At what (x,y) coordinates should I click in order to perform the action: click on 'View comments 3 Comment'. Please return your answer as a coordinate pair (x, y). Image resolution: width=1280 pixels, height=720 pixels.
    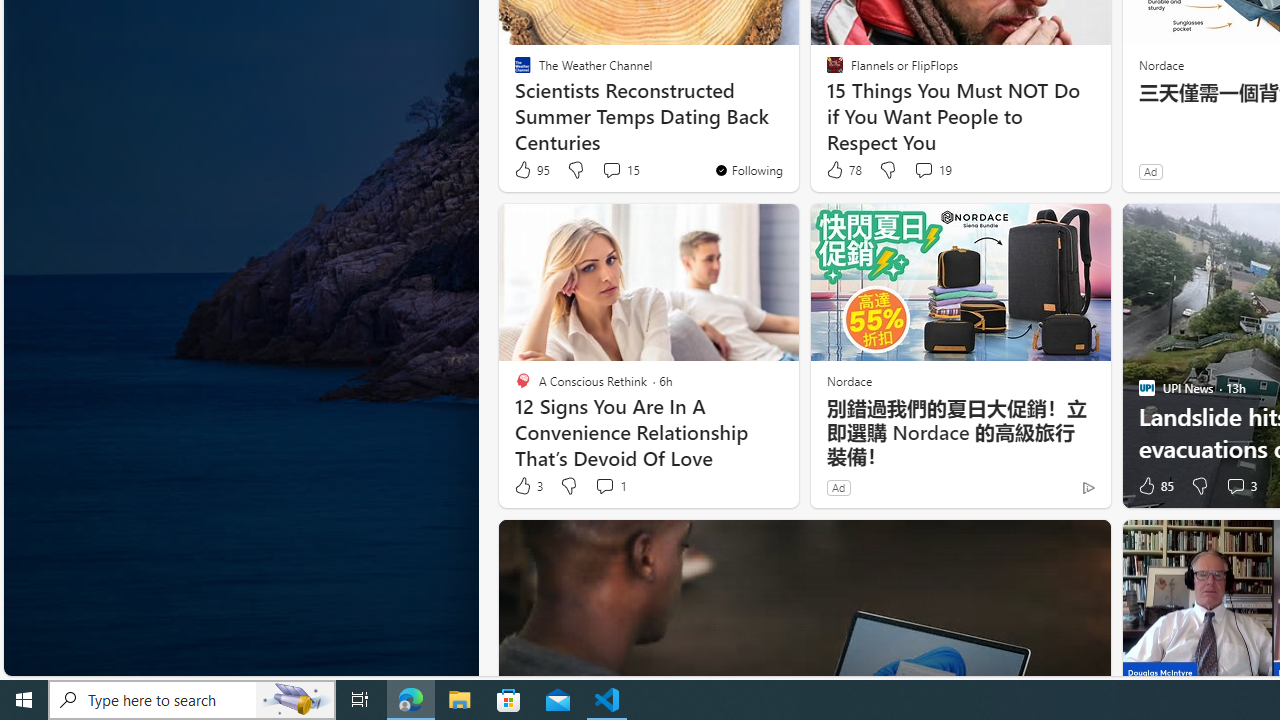
    Looking at the image, I should click on (1239, 486).